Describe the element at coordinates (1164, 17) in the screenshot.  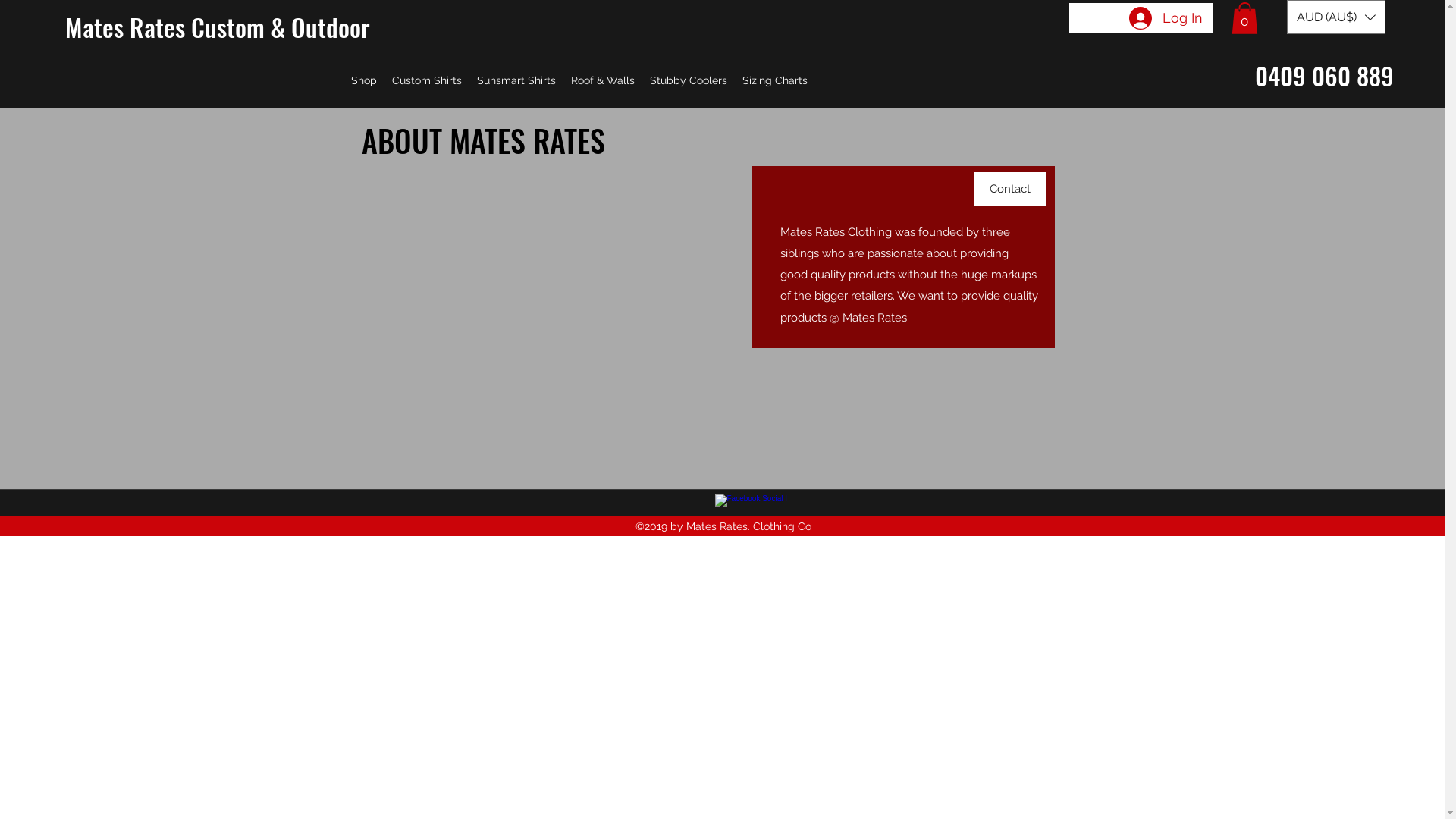
I see `'Log In'` at that location.